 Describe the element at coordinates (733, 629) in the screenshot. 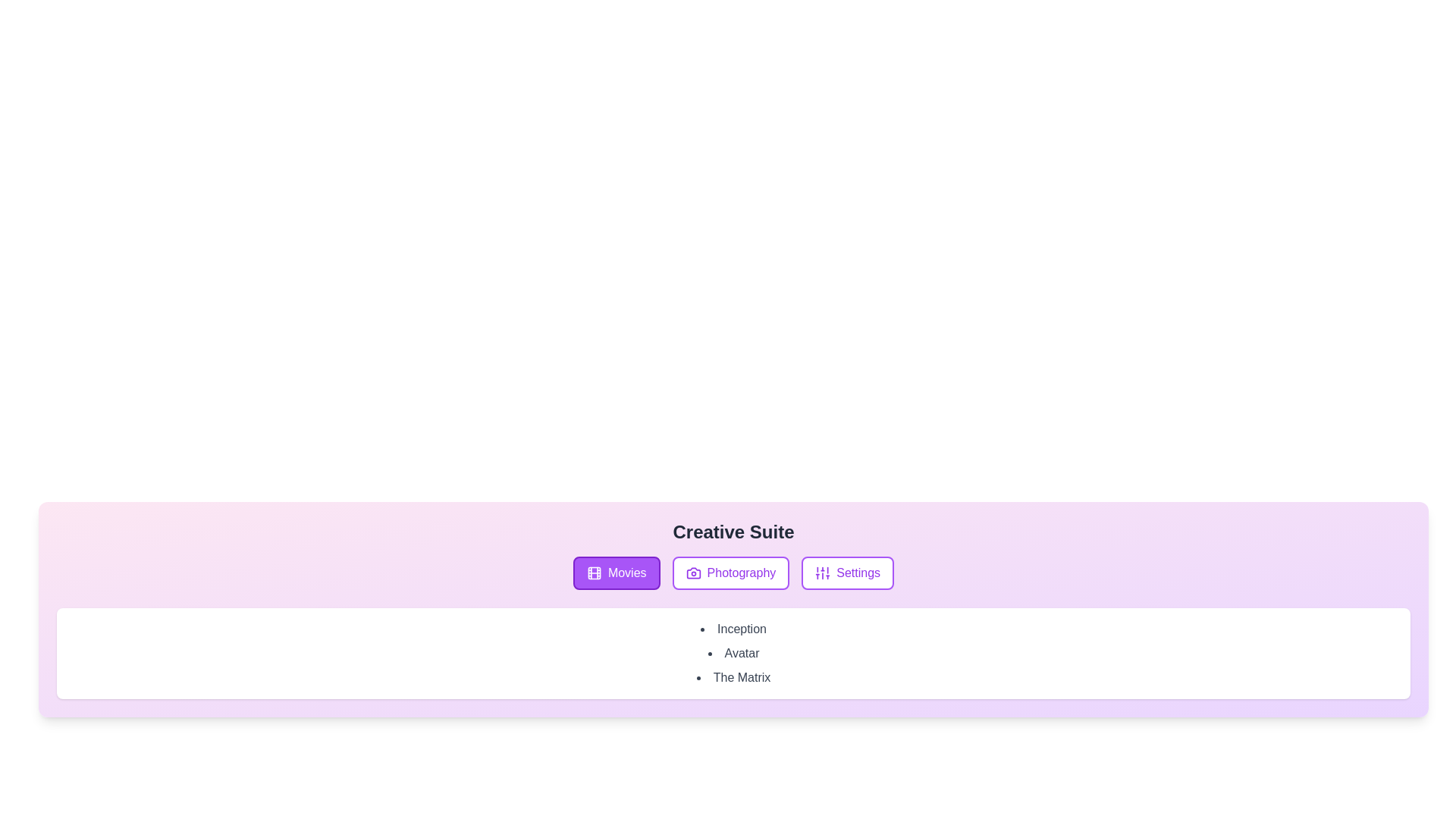

I see `static text label displaying 'Inception' which is the first item in a vertical bulleted list` at that location.